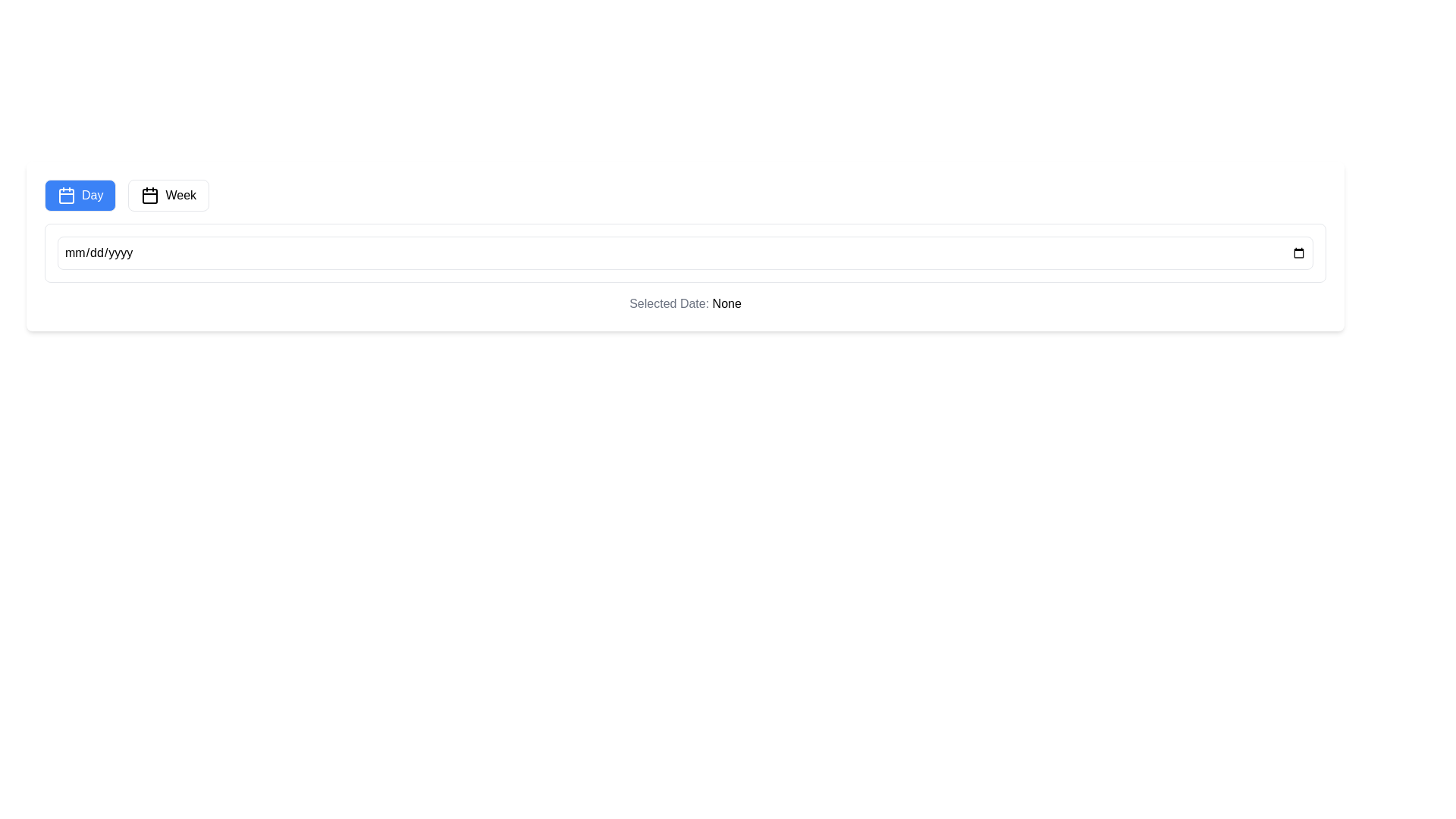  What do you see at coordinates (180, 195) in the screenshot?
I see `displayed text 'Week' within the button that has a white background and is located next to the 'Day' button` at bounding box center [180, 195].